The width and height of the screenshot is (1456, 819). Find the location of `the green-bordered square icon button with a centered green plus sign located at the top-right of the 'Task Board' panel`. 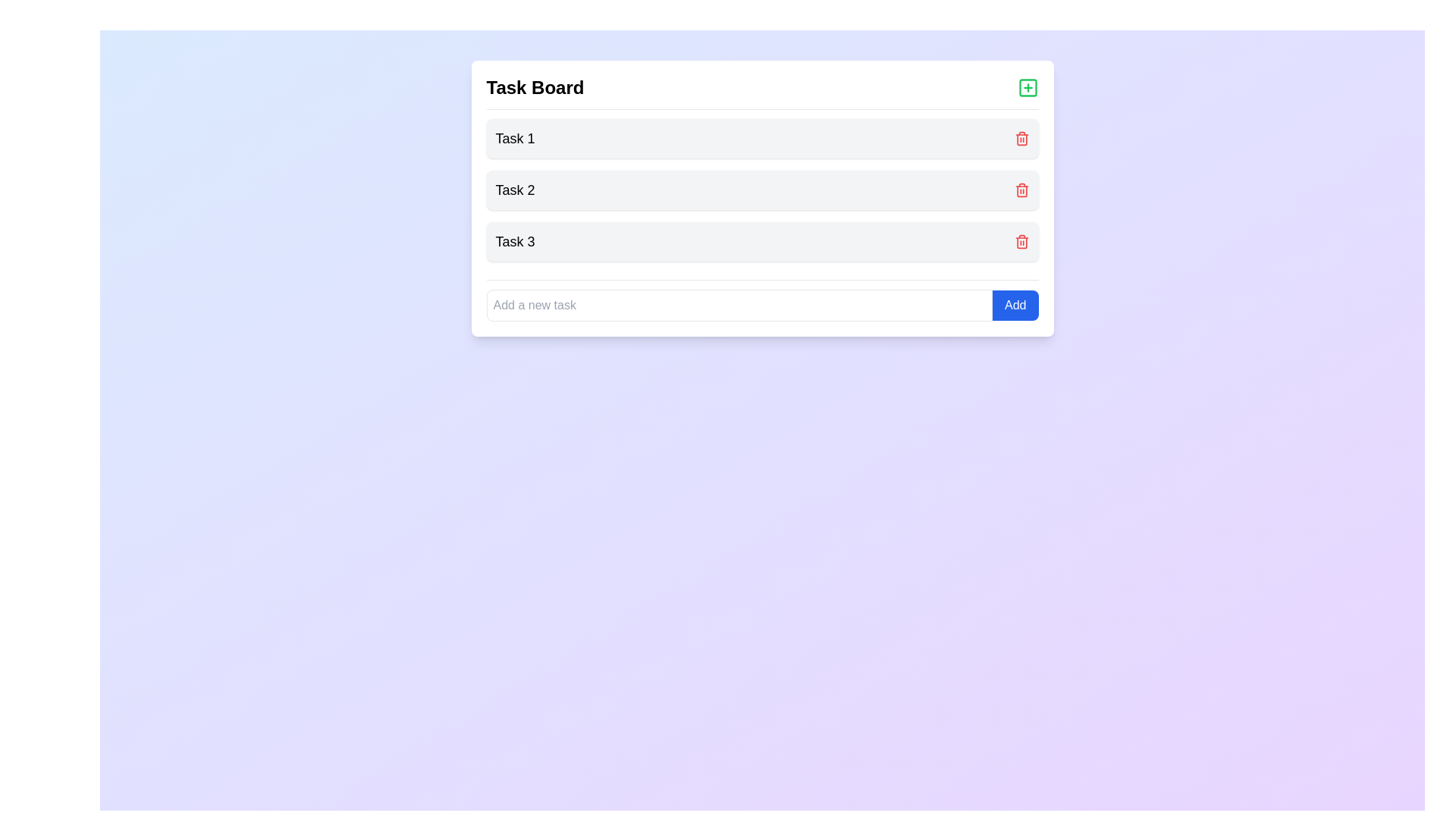

the green-bordered square icon button with a centered green plus sign located at the top-right of the 'Task Board' panel is located at coordinates (1028, 87).